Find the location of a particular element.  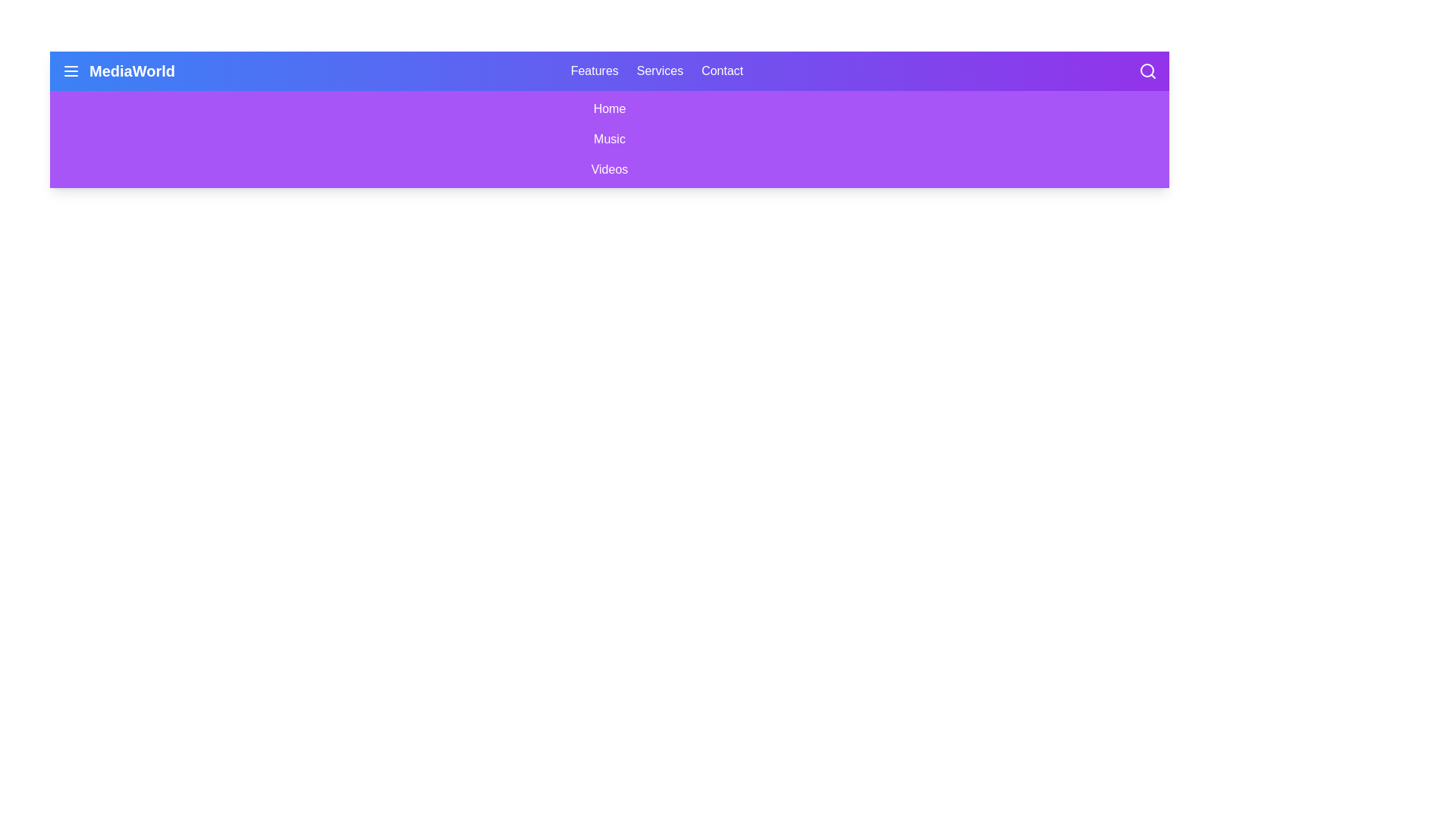

the 'Services' link in the navigation bar is located at coordinates (660, 71).